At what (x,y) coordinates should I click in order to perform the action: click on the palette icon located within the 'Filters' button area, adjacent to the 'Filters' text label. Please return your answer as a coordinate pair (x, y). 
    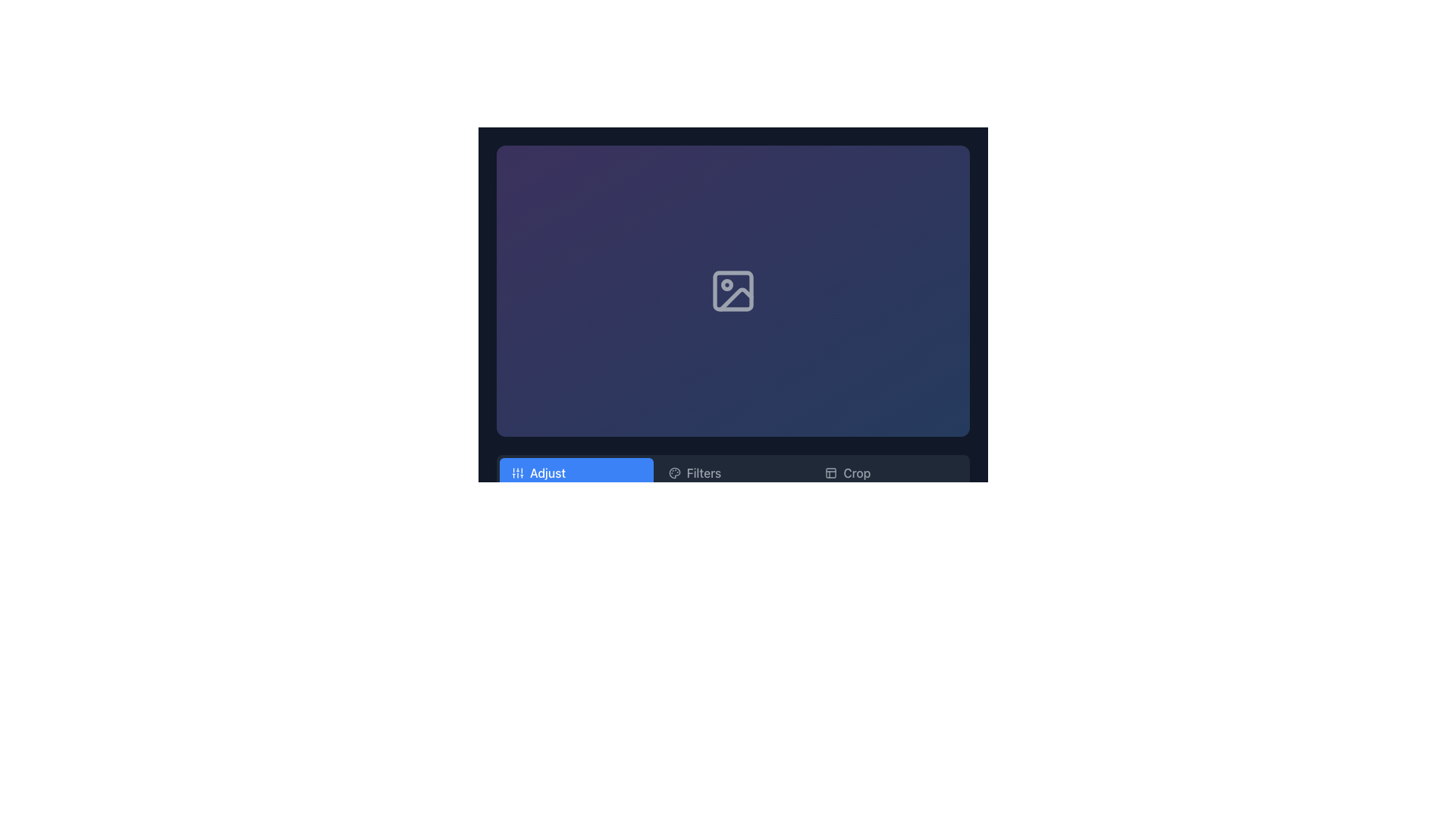
    Looking at the image, I should click on (673, 472).